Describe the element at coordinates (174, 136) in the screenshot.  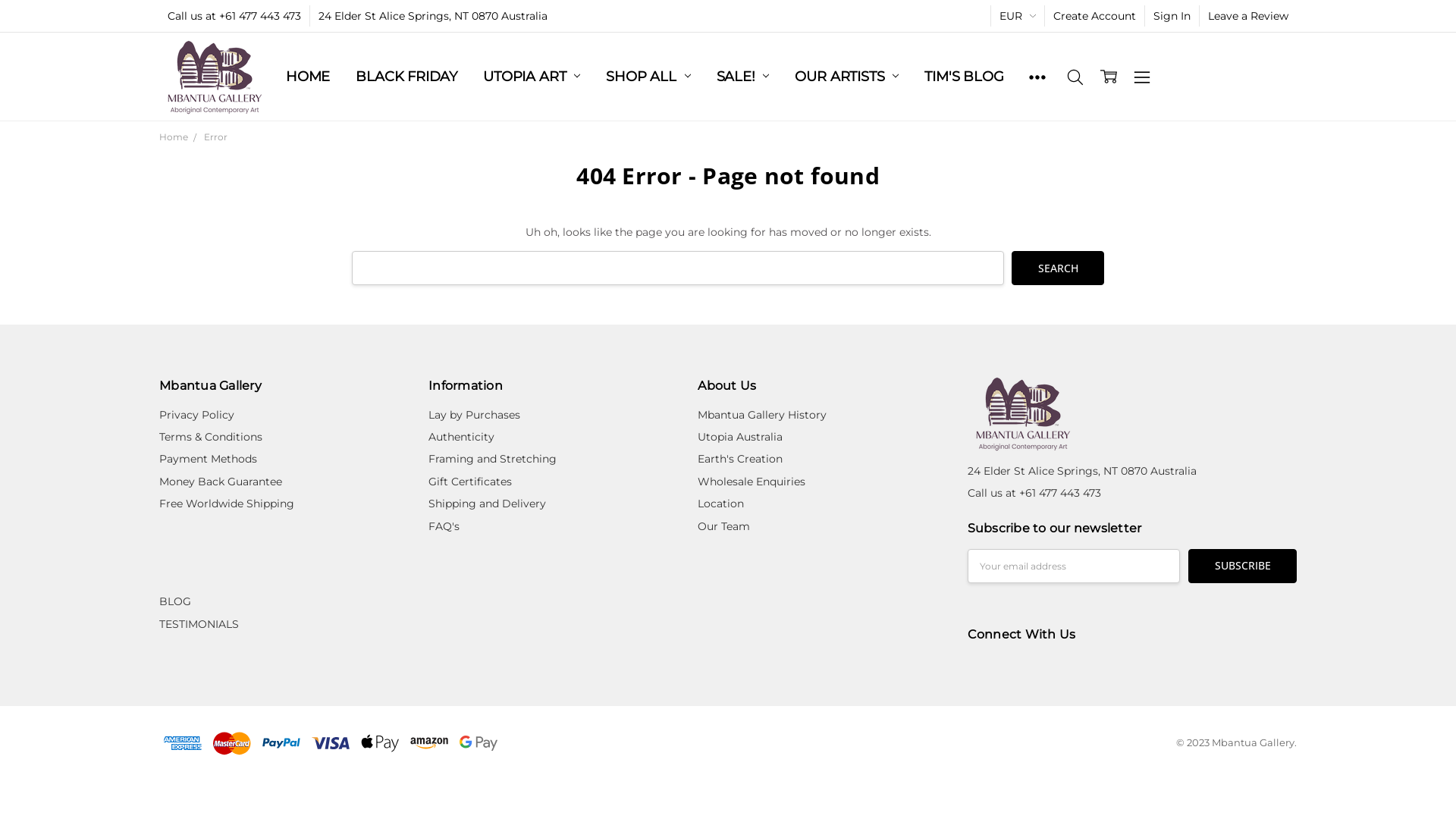
I see `'Home'` at that location.